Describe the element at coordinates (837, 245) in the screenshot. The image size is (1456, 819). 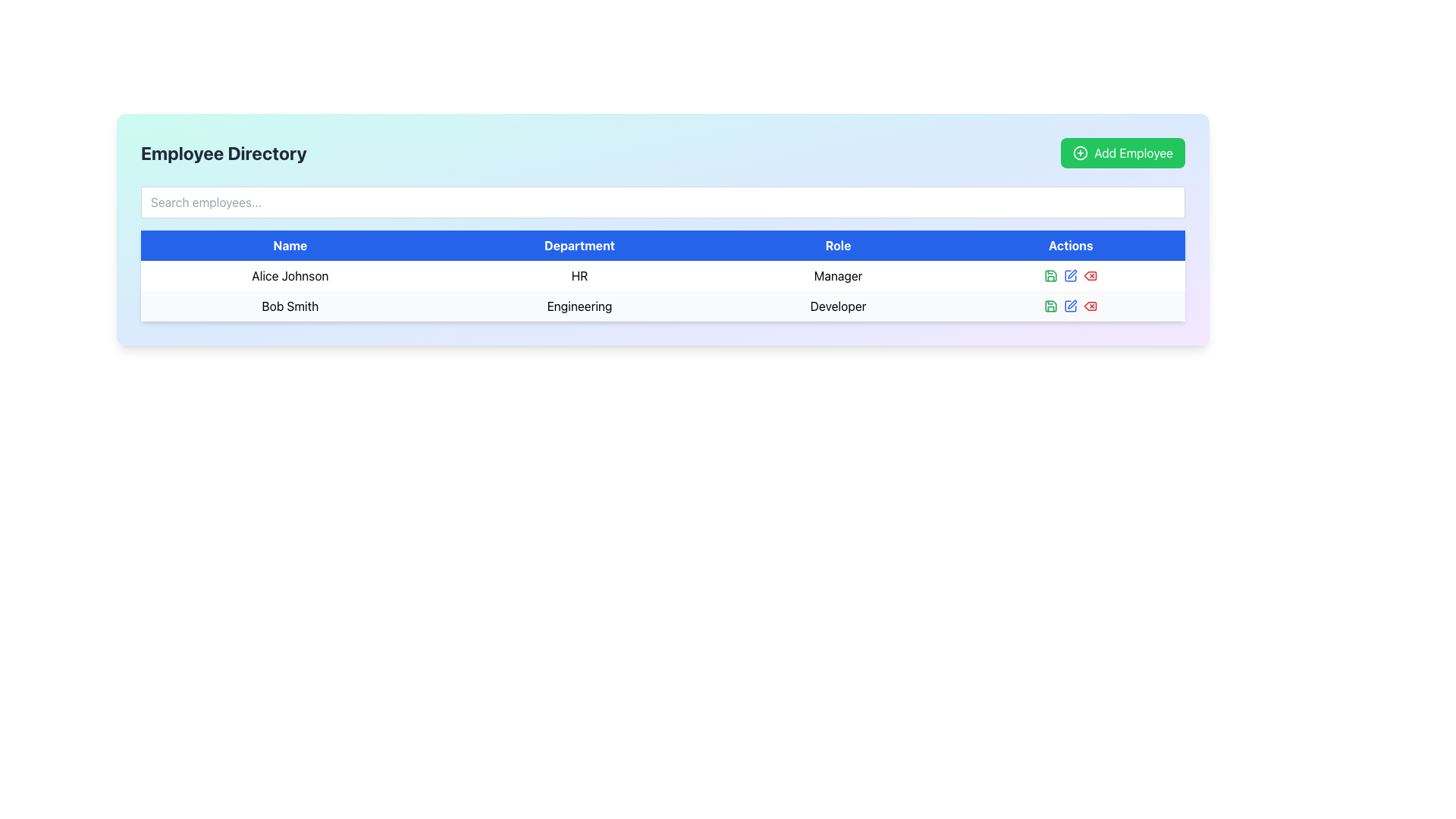
I see `the 'Role' column header in the table, which is positioned between the 'Department' and 'Actions' headers` at that location.